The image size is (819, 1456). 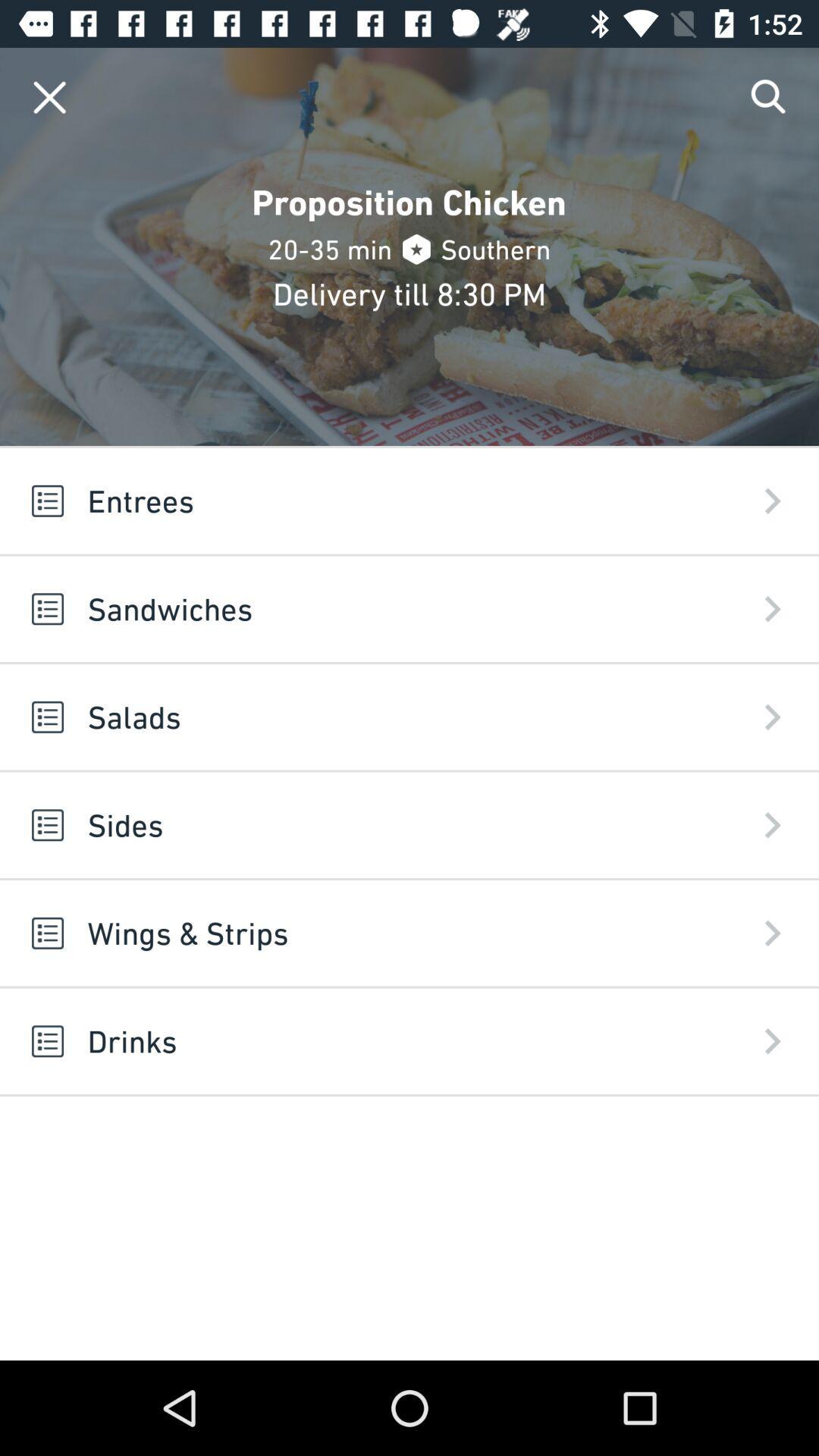 I want to click on the icon at the top left corner, so click(x=49, y=96).